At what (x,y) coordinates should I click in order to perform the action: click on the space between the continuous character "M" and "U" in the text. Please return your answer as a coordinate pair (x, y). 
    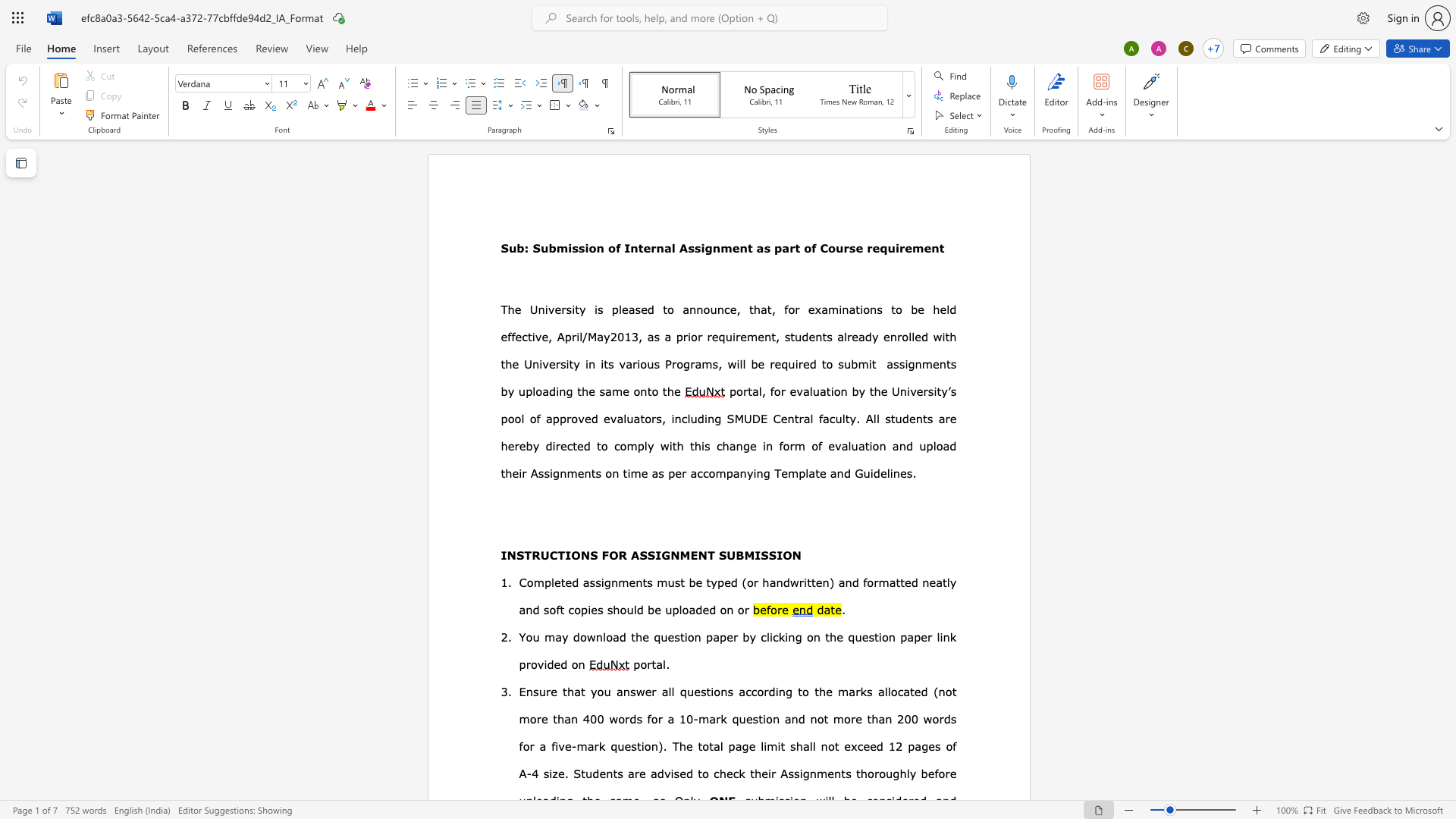
    Looking at the image, I should click on (743, 418).